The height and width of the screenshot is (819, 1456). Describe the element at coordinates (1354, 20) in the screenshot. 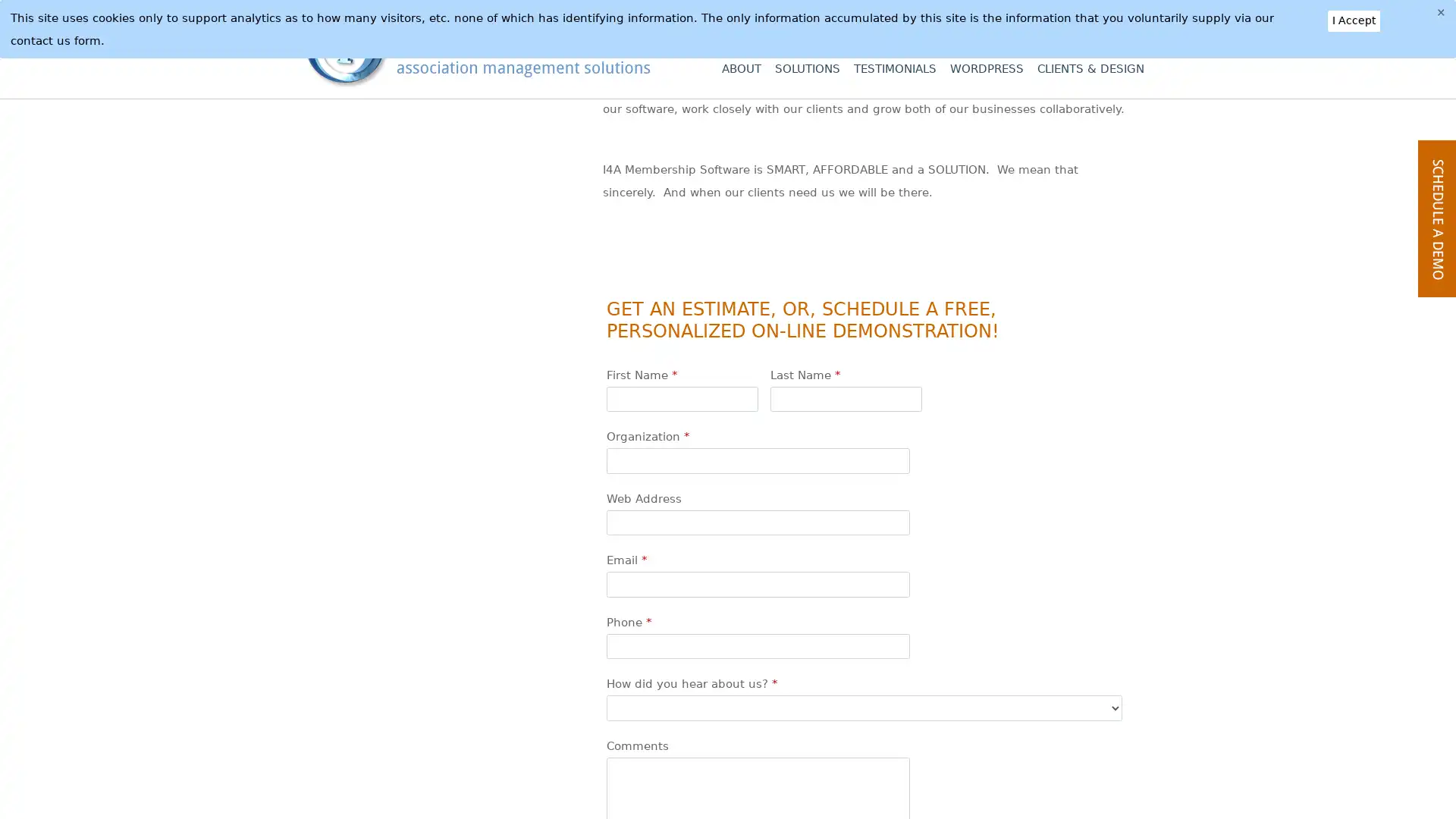

I see `I Accept` at that location.